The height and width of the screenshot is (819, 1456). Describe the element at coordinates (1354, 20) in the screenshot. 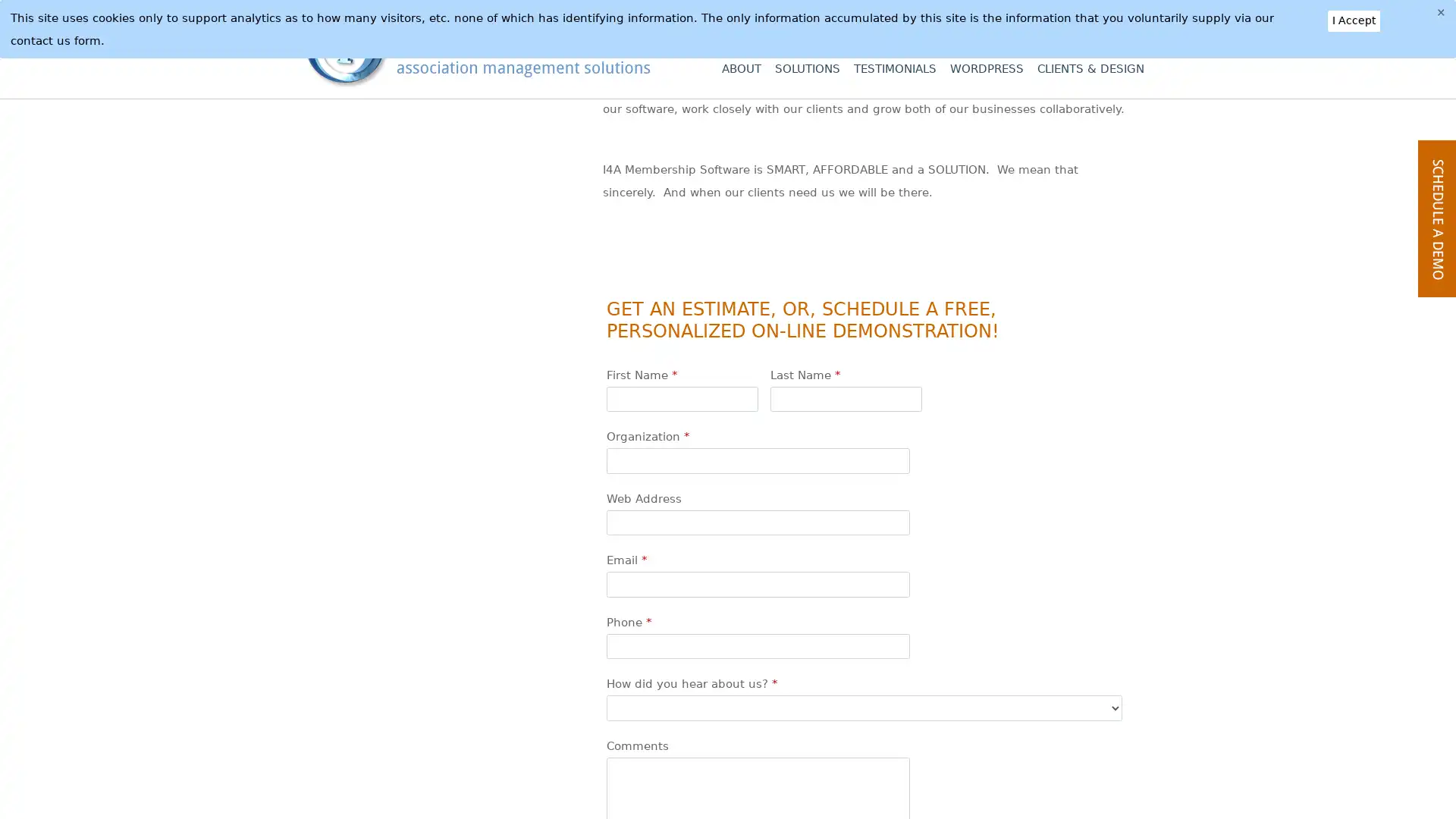

I see `I Accept` at that location.